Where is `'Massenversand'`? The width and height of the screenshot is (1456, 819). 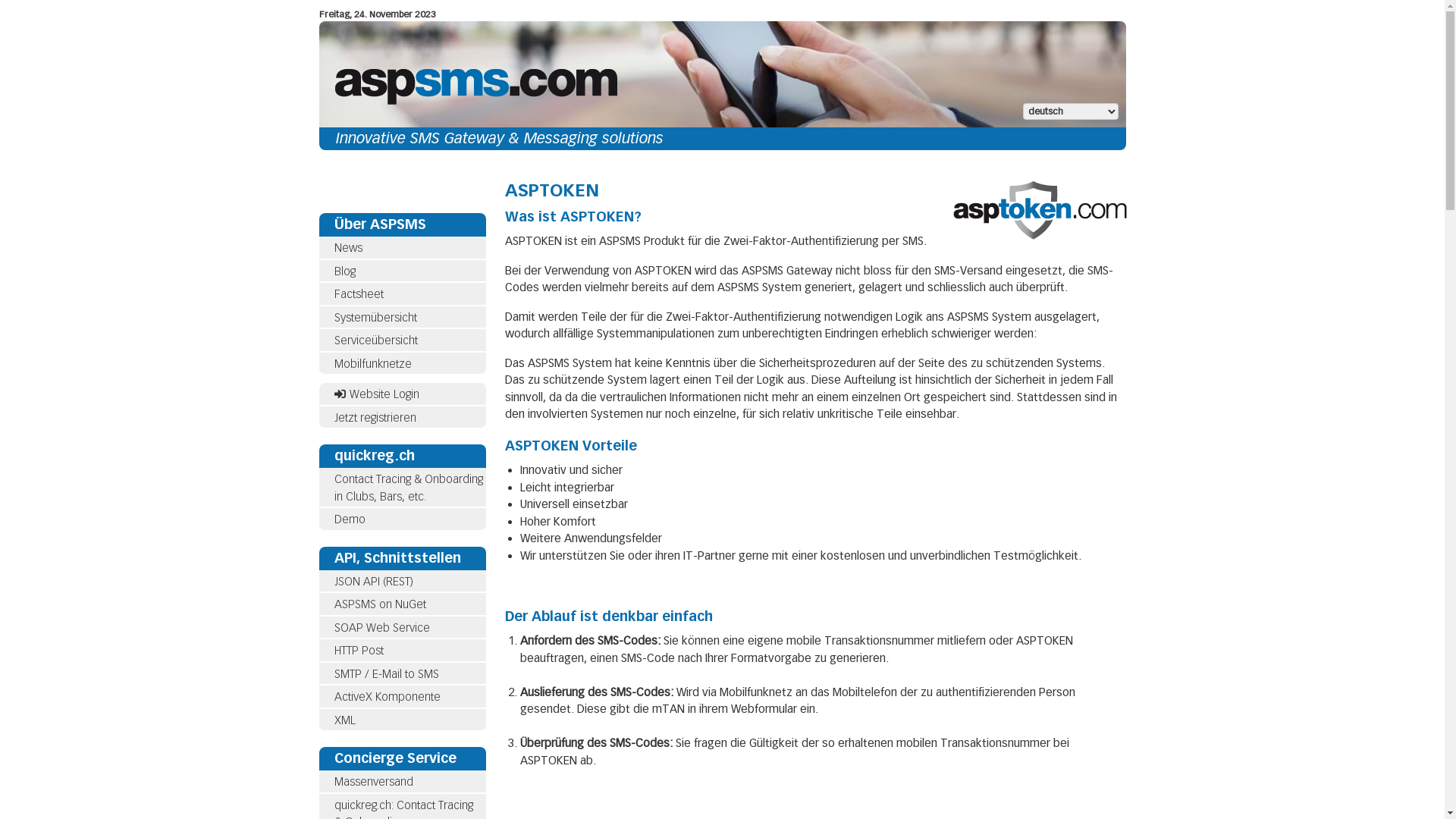
'Massenversand' is located at coordinates (372, 781).